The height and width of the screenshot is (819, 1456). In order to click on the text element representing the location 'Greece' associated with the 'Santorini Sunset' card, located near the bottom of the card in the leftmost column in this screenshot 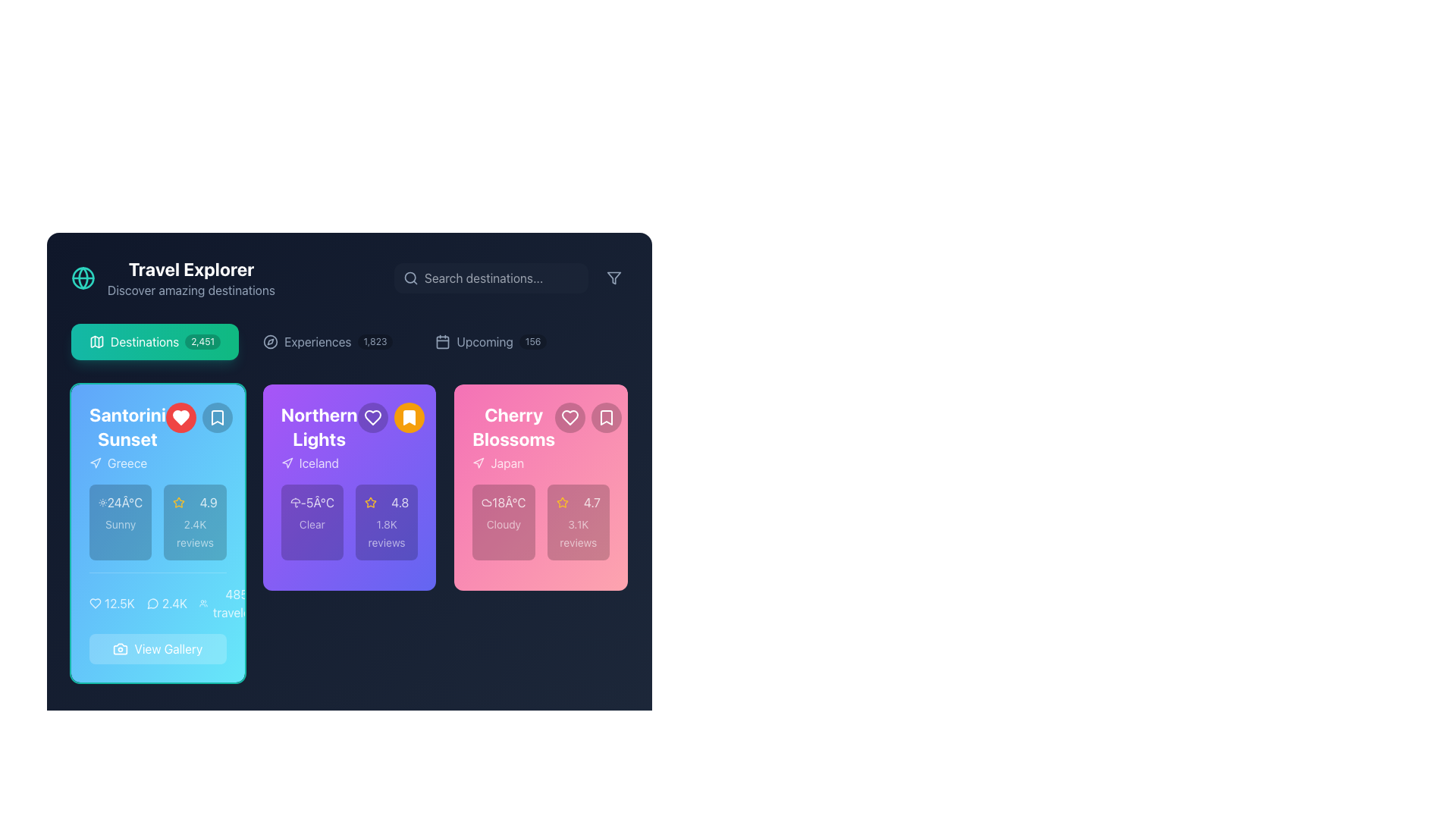, I will do `click(127, 462)`.